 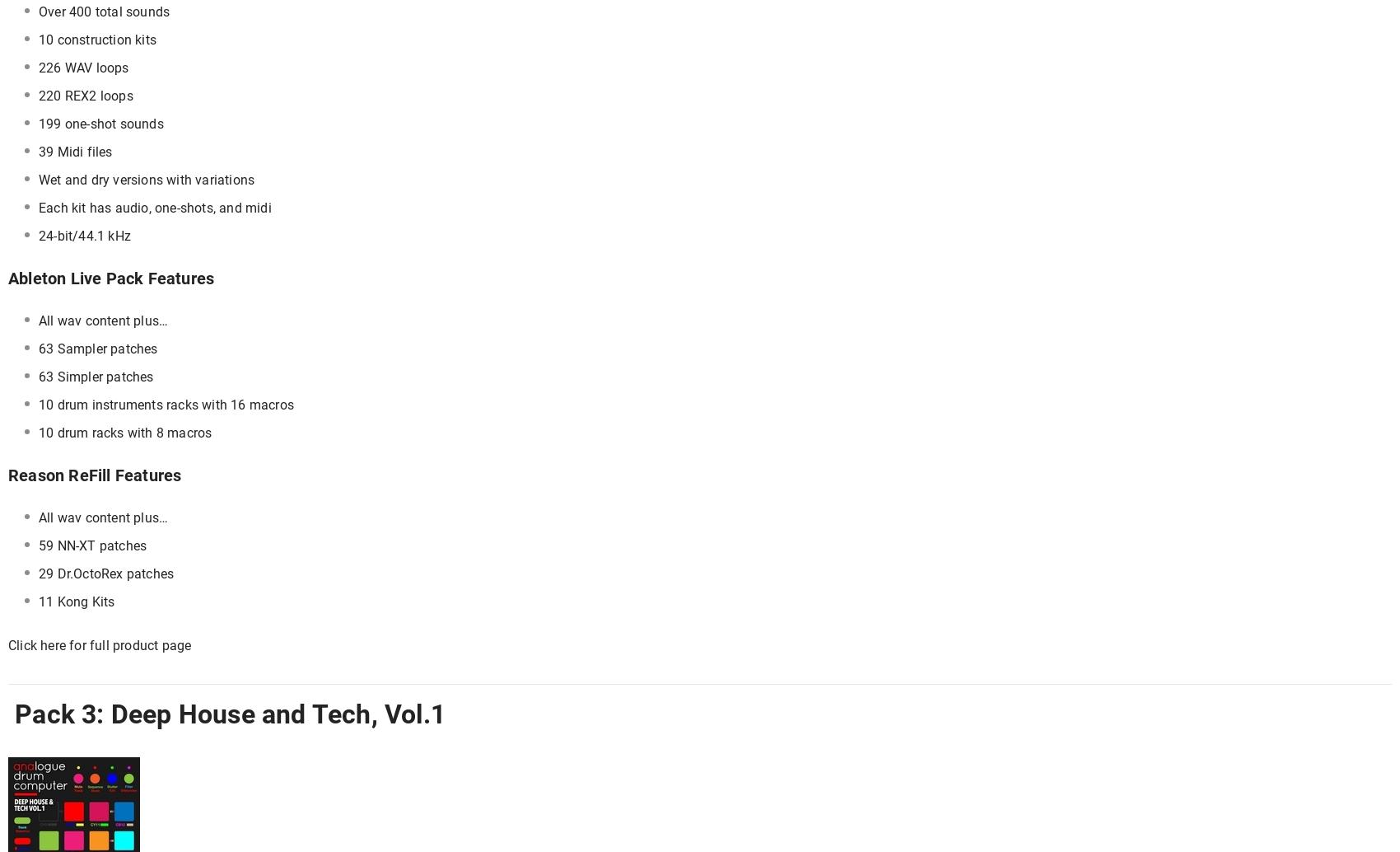 I want to click on '59 NN-XT patches', so click(x=91, y=545).